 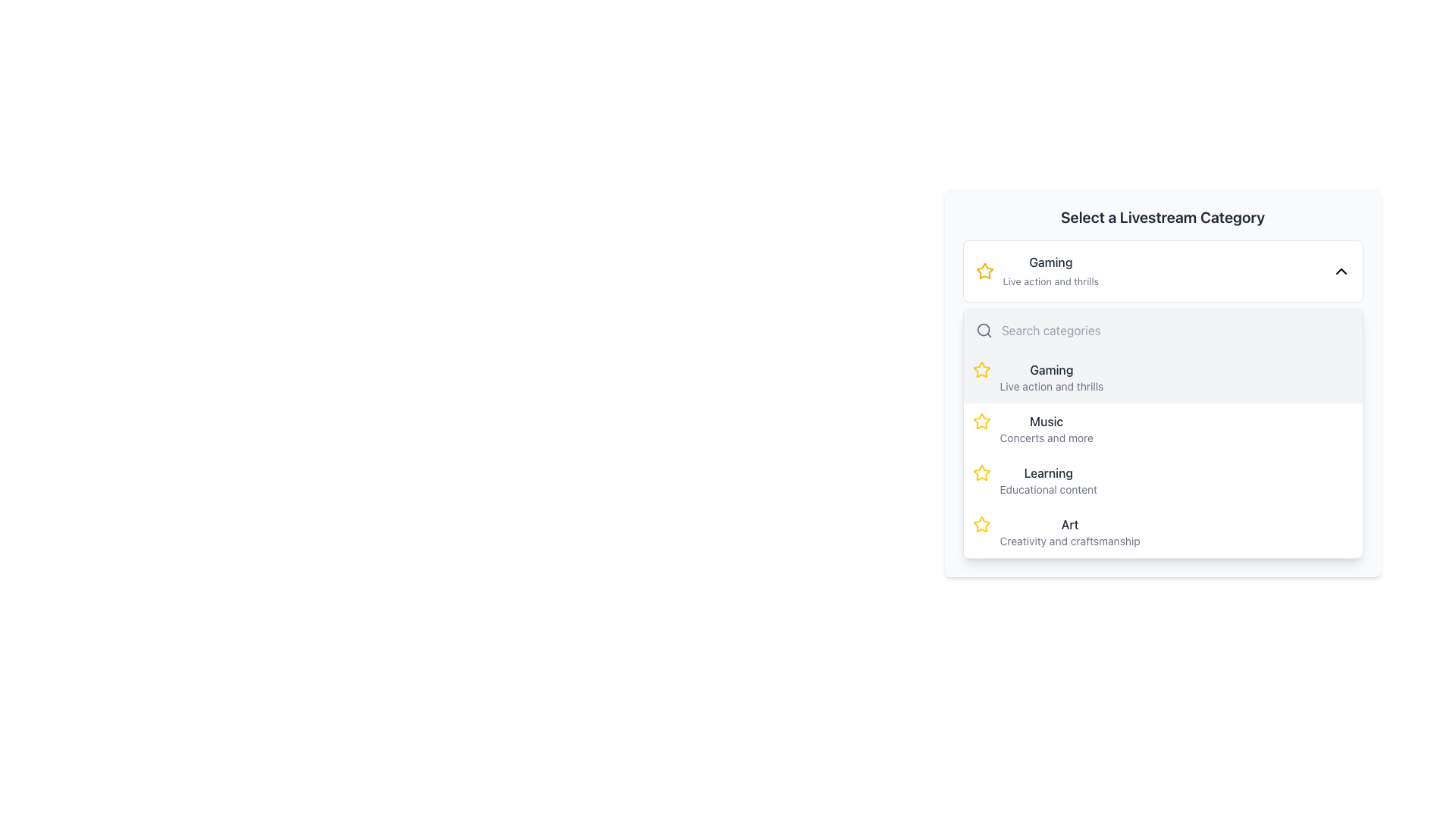 What do you see at coordinates (1162, 329) in the screenshot?
I see `the text within the input area of the Text input field labeled 'Search categories' located in the dropdown menu under 'Select a Livestream Category.'` at bounding box center [1162, 329].